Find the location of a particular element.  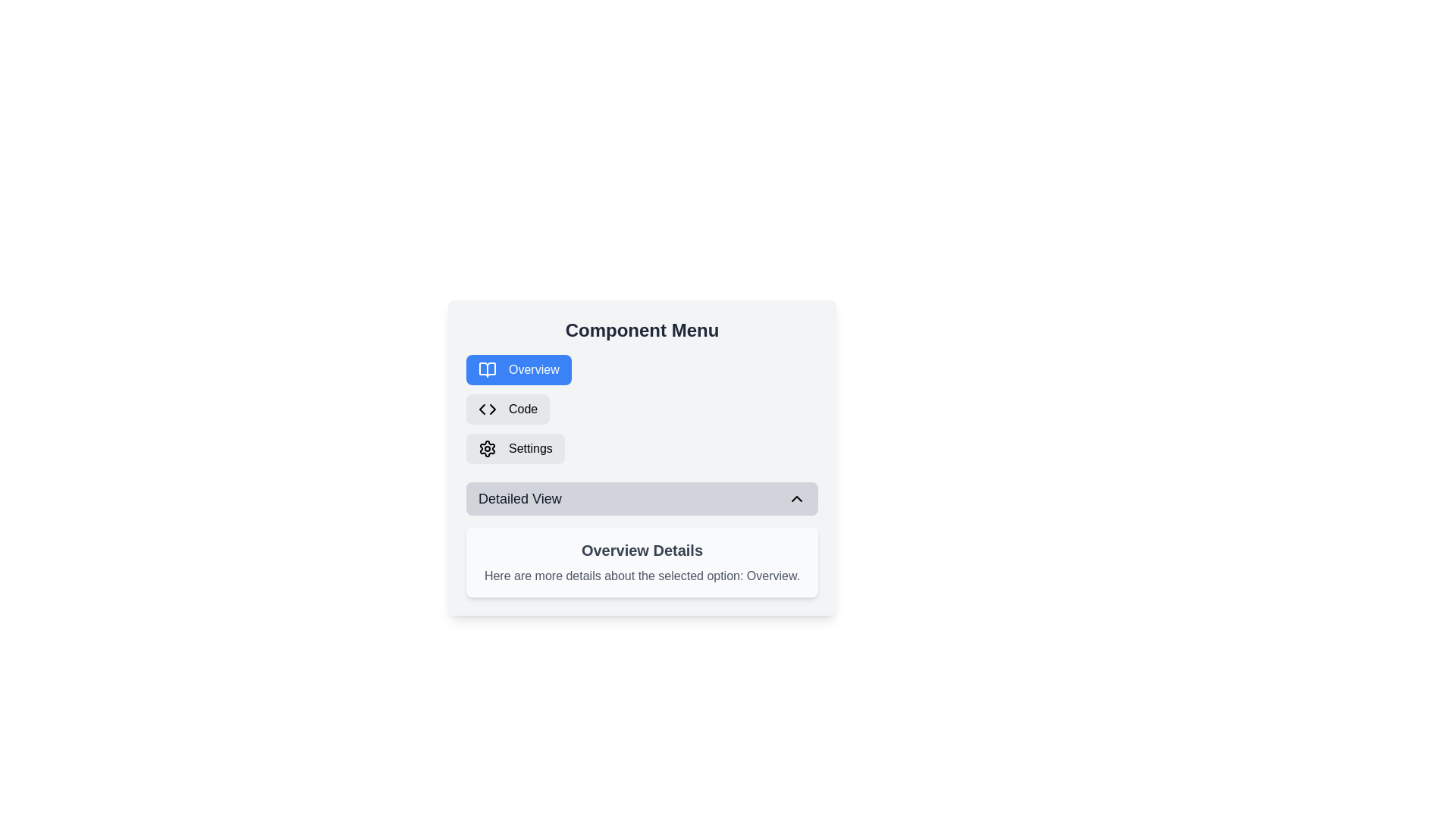

the 'Code' button, which features a rounded rectangular shape with a light gray background and a pair of code brackets icon on the left is located at coordinates (508, 409).